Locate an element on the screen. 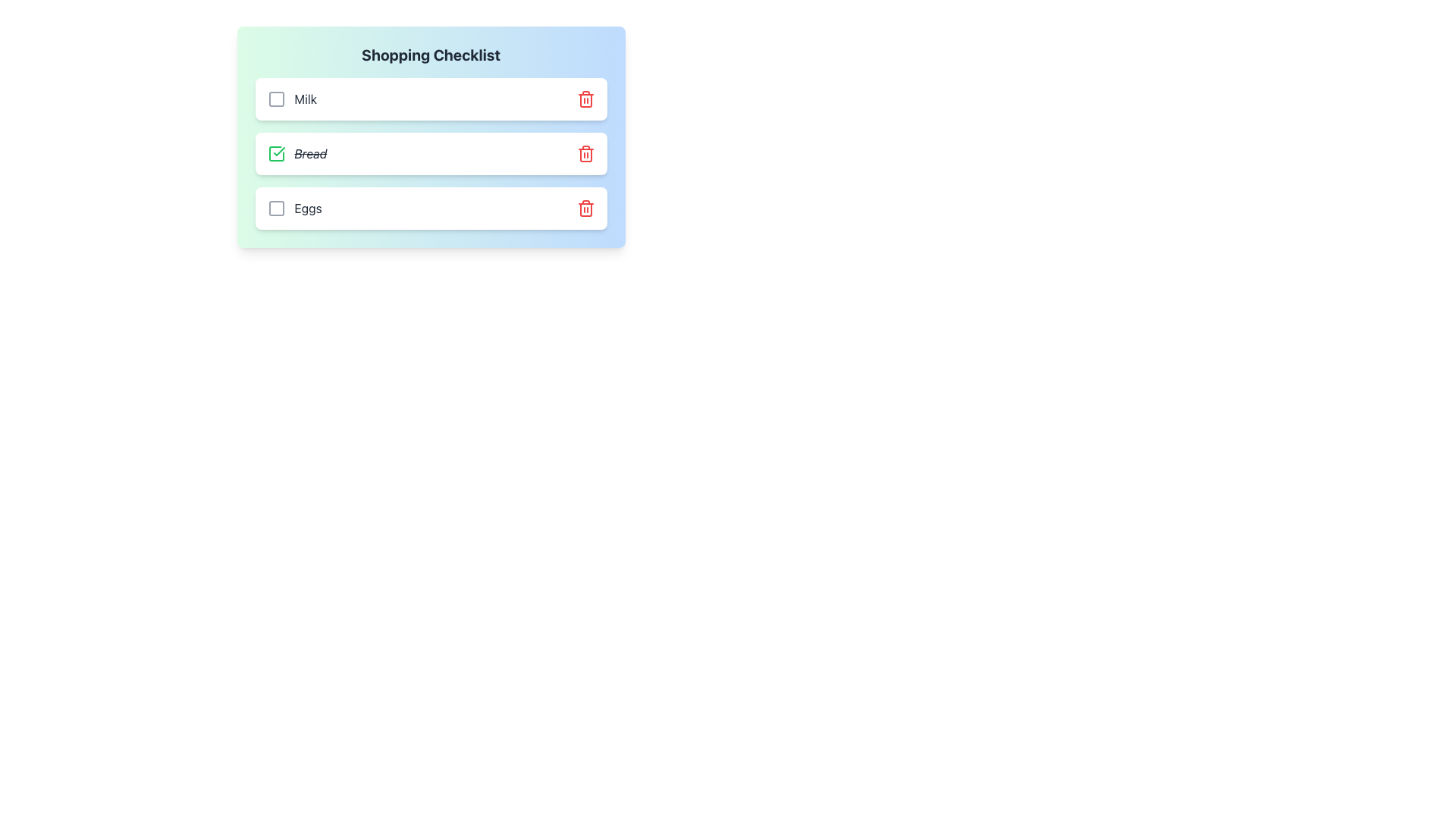  the checkbox placeholder for the 'Eggs' checklist item, which is a gray square-shaped icon located to the left of the text 'Eggs' is located at coordinates (276, 208).